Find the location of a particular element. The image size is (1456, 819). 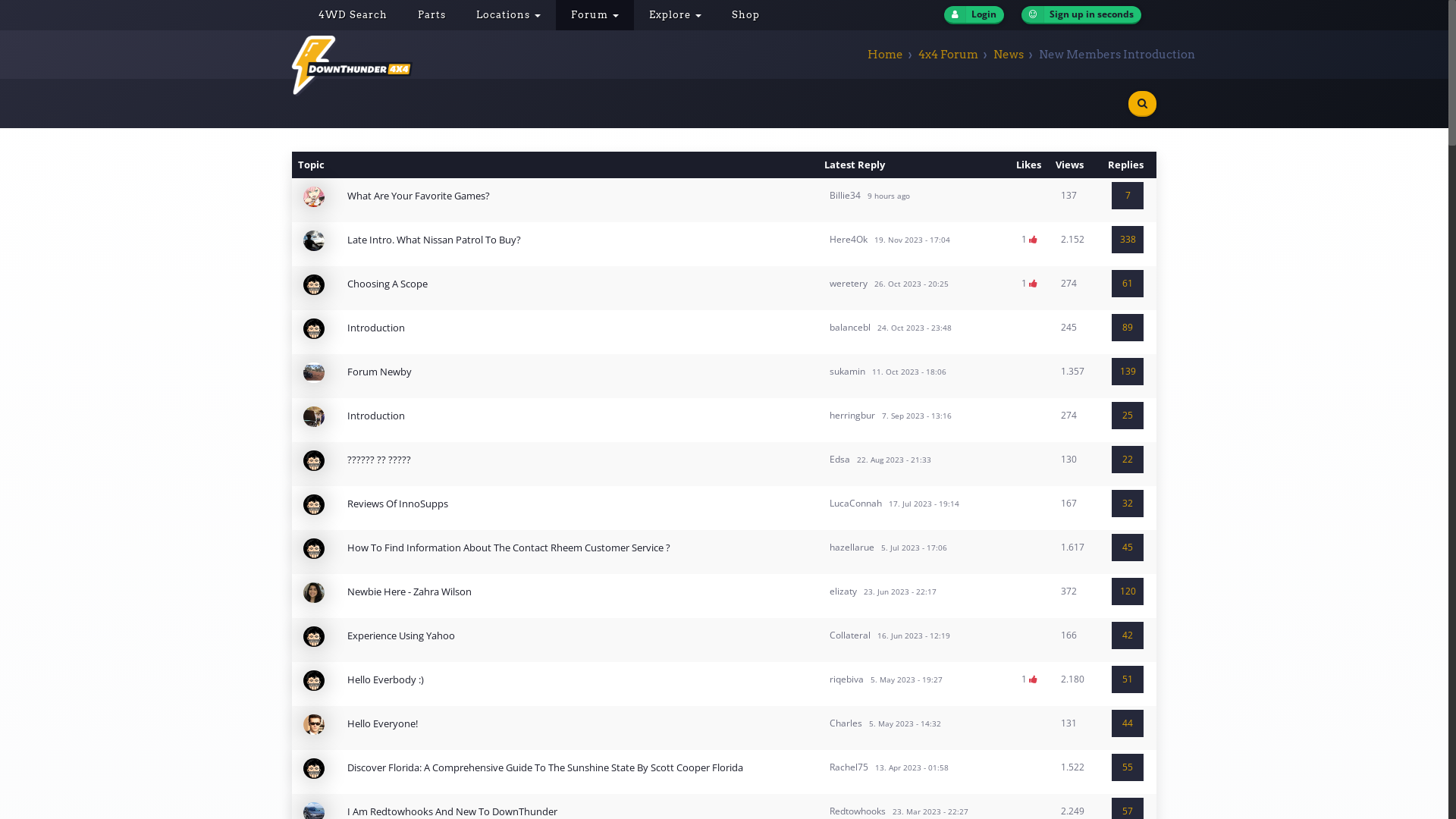

'Forum Newby' is located at coordinates (379, 371).